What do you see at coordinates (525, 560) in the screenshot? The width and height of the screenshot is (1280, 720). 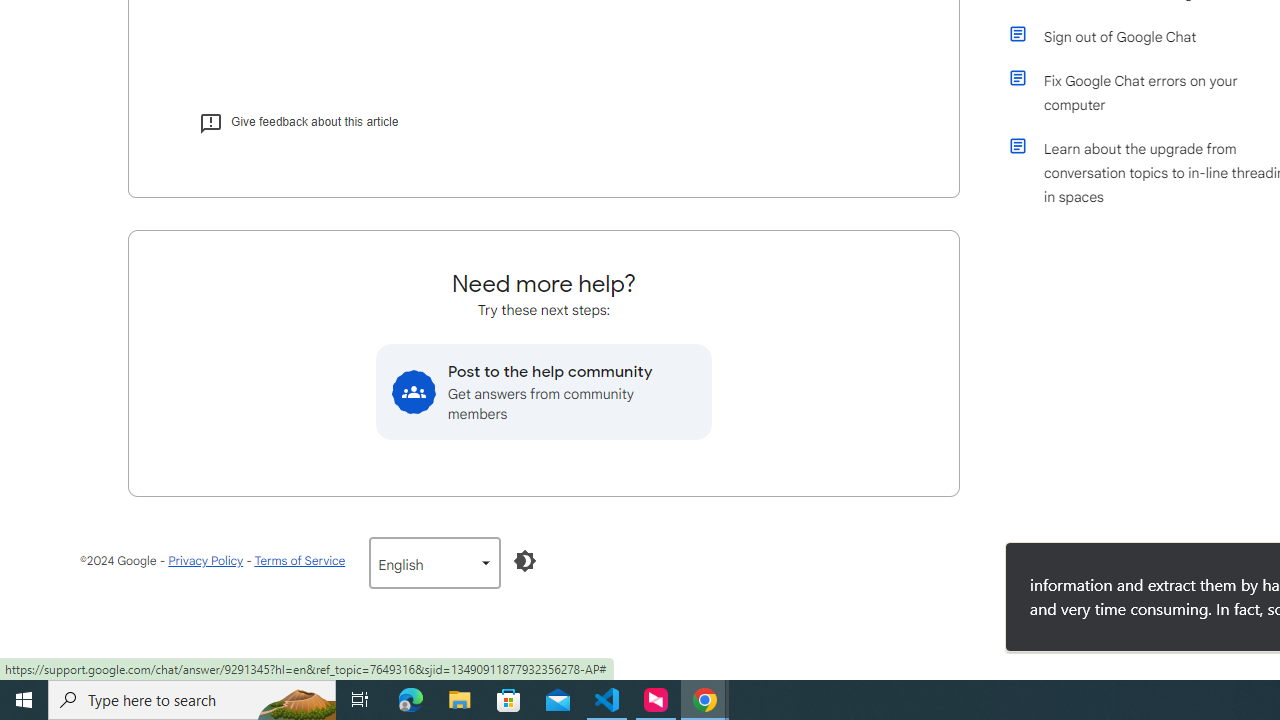 I see `'Enable Dark Mode'` at bounding box center [525, 560].